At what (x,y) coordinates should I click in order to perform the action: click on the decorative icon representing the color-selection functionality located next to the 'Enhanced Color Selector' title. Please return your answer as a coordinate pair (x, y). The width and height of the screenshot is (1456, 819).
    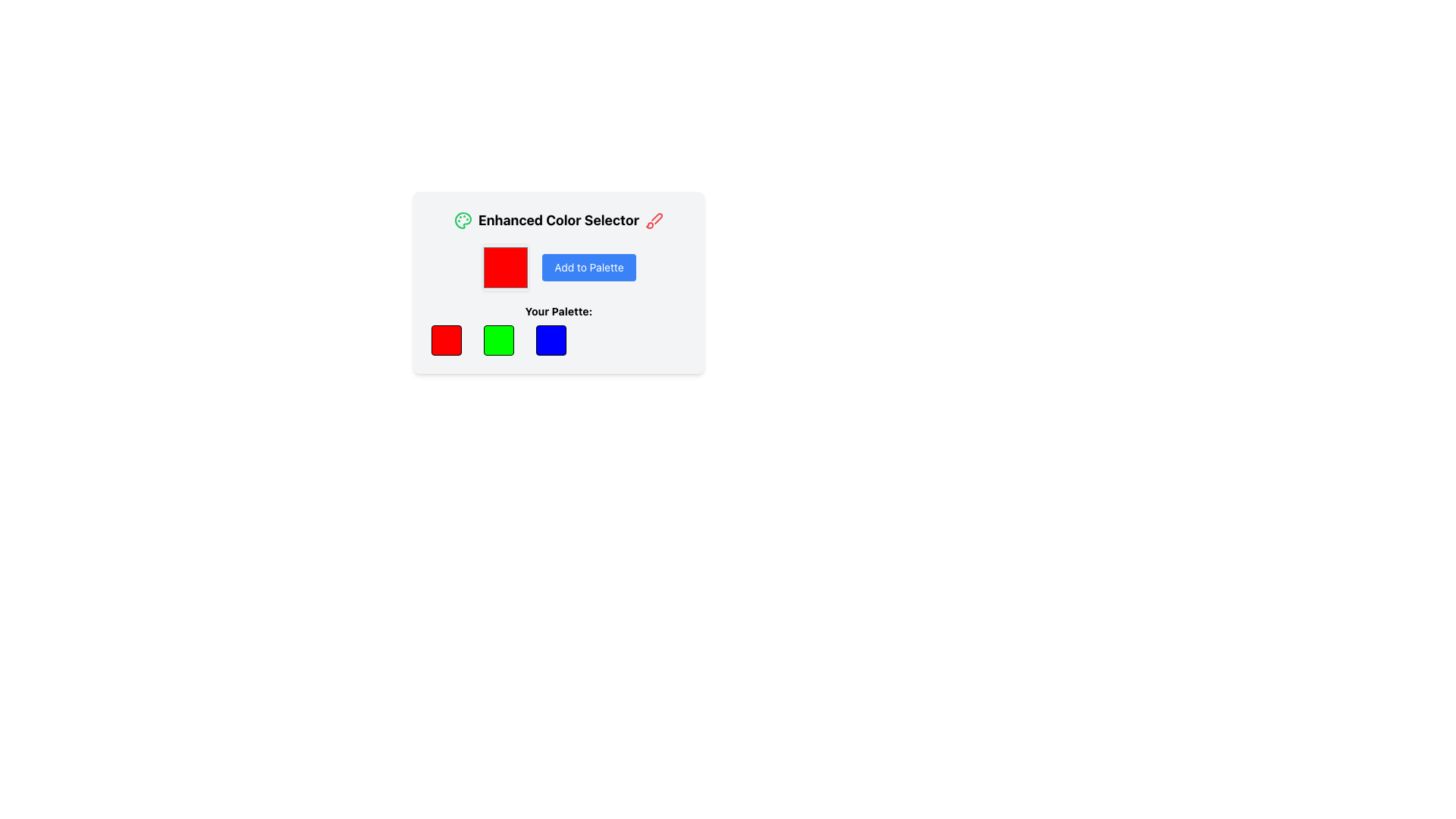
    Looking at the image, I should click on (462, 220).